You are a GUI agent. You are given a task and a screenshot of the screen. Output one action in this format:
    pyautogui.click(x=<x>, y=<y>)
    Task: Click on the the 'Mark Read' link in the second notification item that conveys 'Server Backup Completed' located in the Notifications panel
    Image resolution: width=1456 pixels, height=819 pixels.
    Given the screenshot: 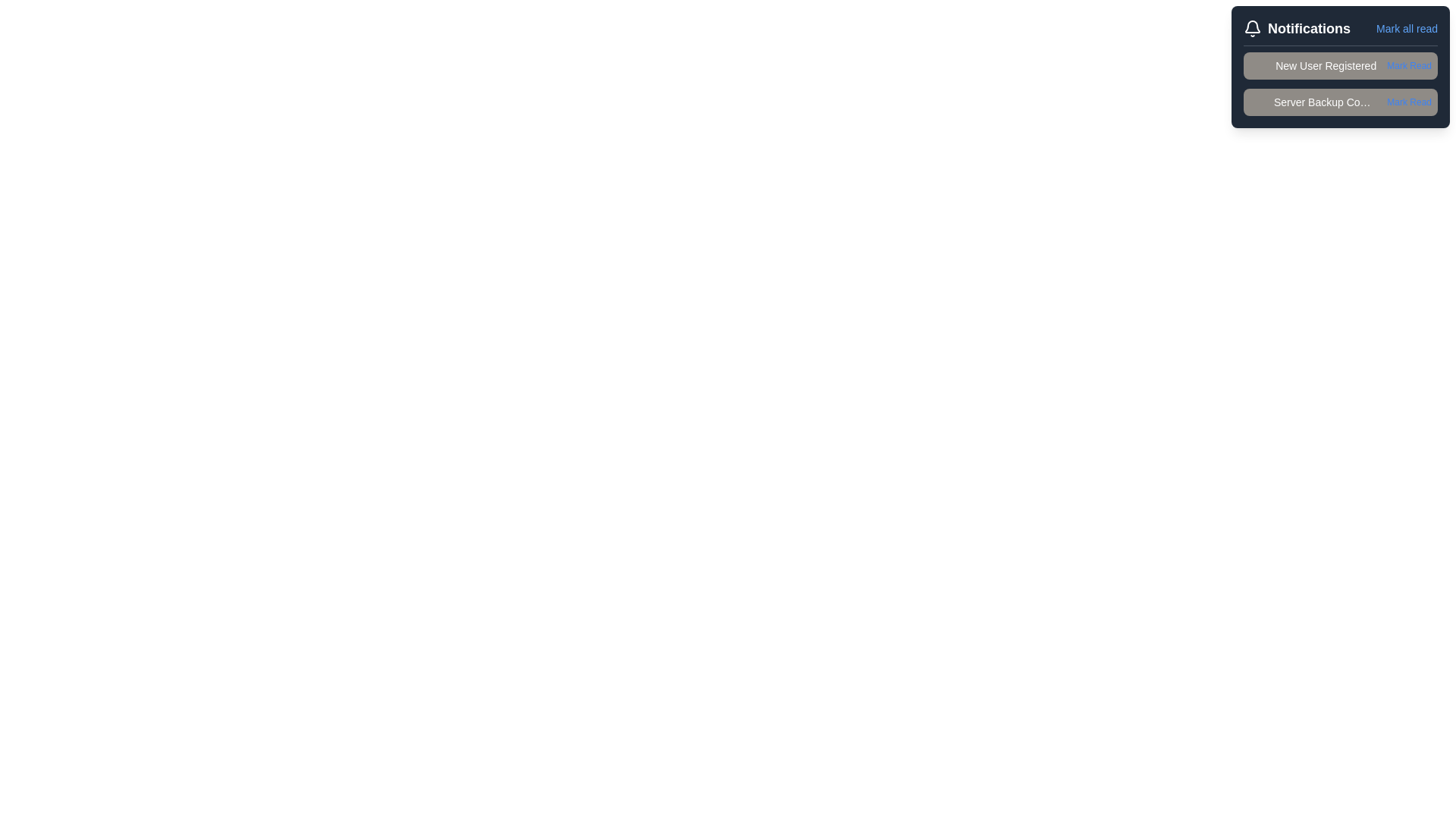 What is the action you would take?
    pyautogui.click(x=1340, y=102)
    